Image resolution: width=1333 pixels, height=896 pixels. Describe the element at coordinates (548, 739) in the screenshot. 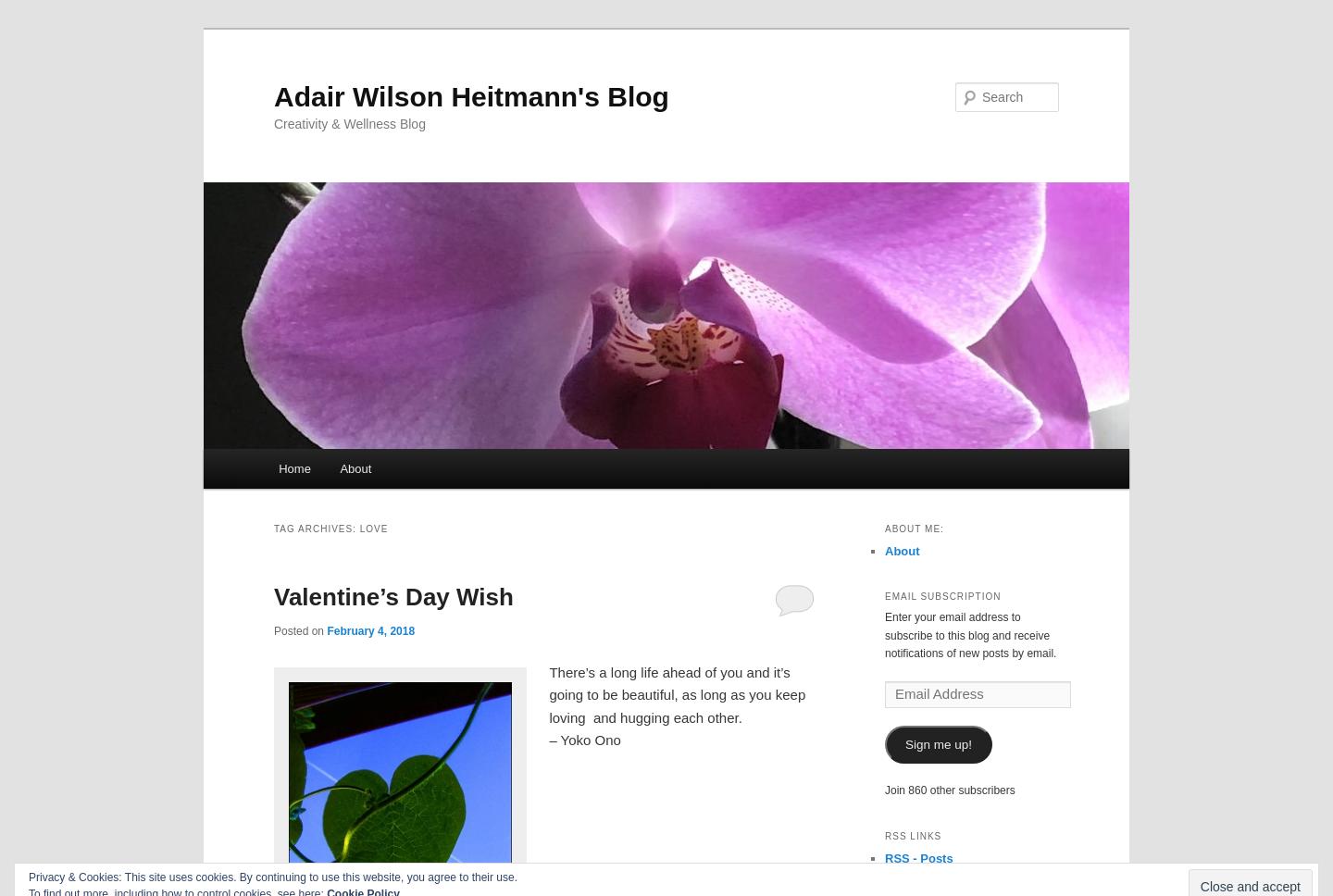

I see `'– Yoko Ono'` at that location.